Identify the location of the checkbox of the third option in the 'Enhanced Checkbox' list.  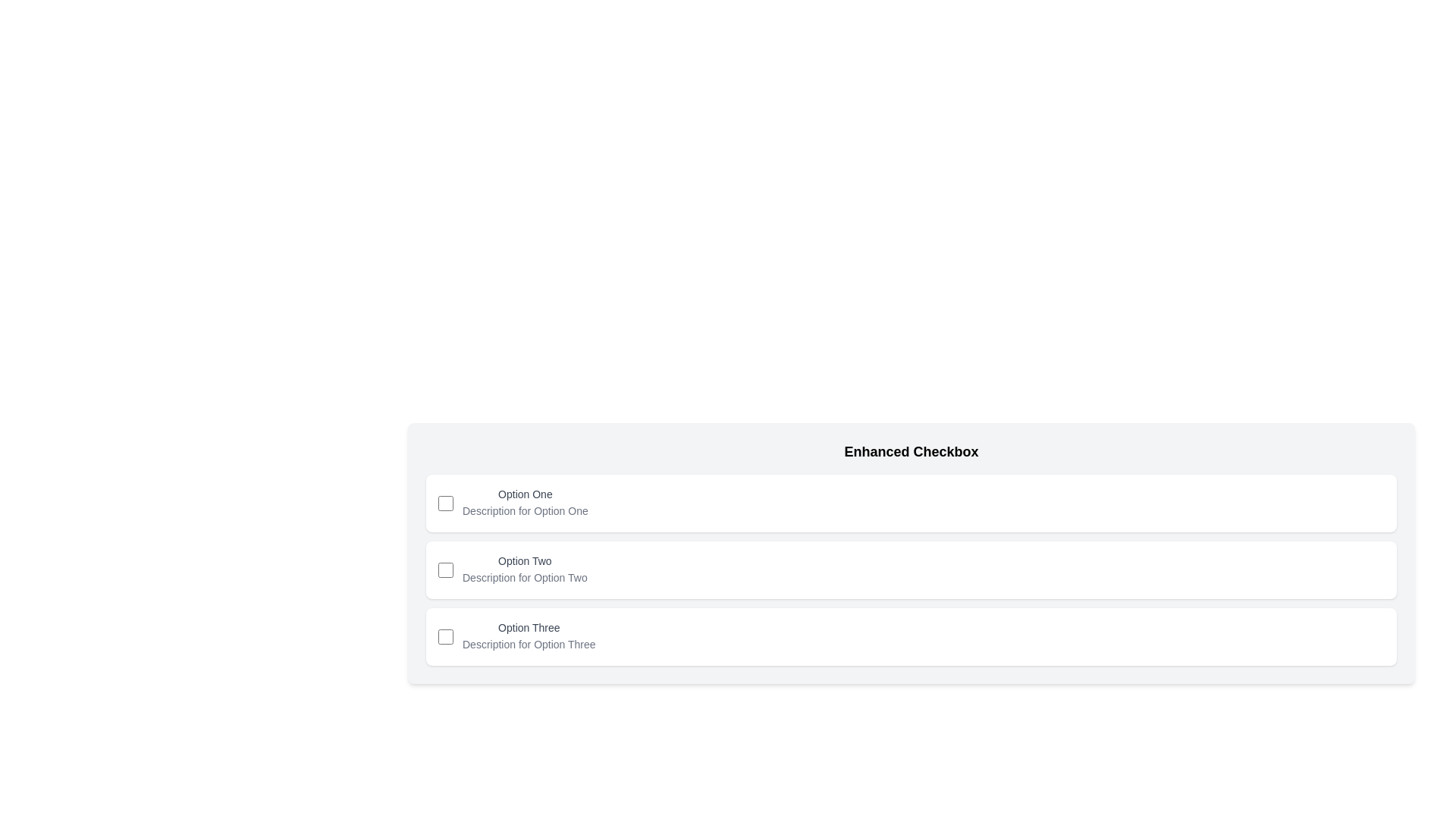
(910, 637).